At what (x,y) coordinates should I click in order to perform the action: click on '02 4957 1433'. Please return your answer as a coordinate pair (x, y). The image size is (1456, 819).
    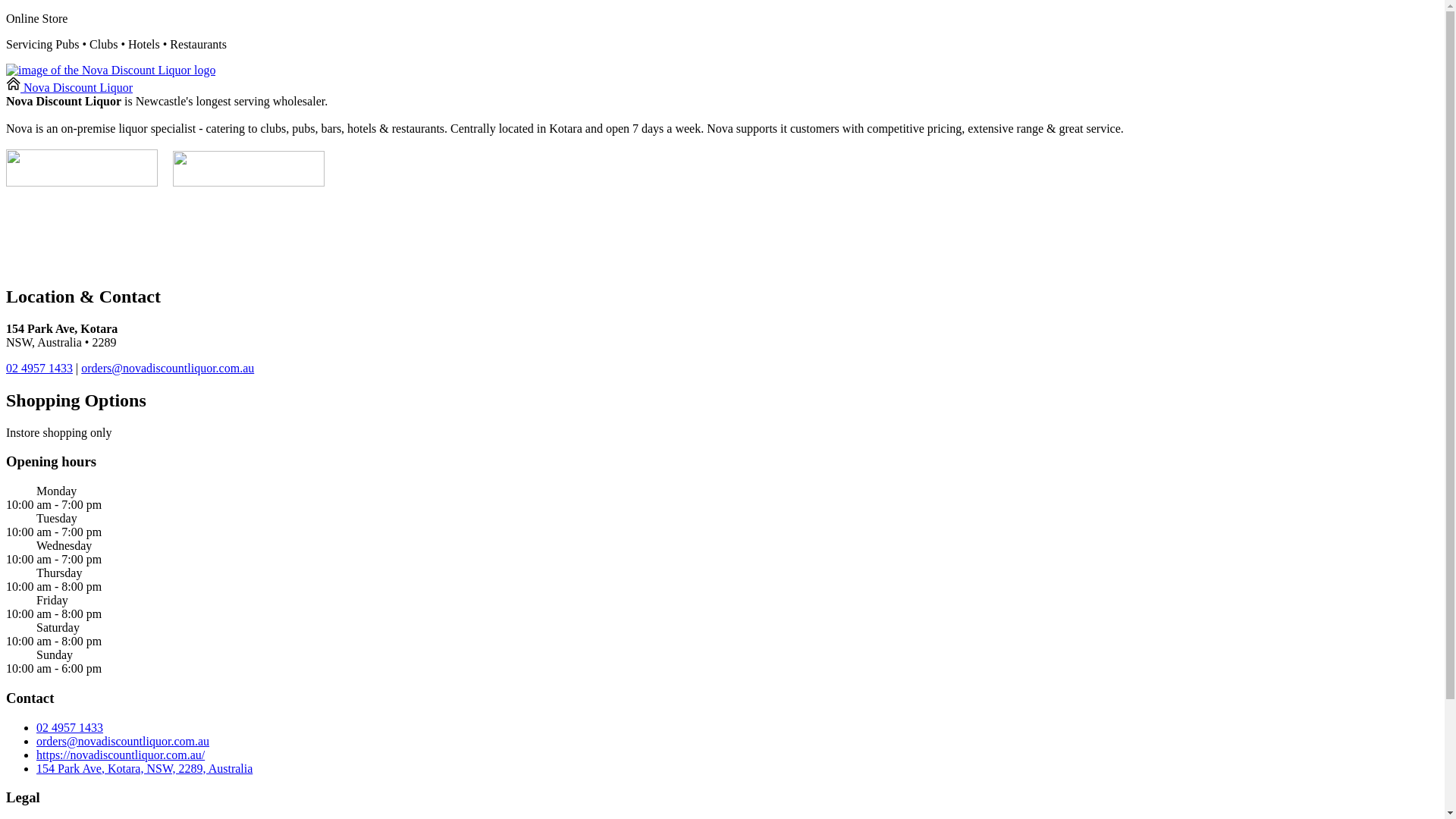
    Looking at the image, I should click on (68, 726).